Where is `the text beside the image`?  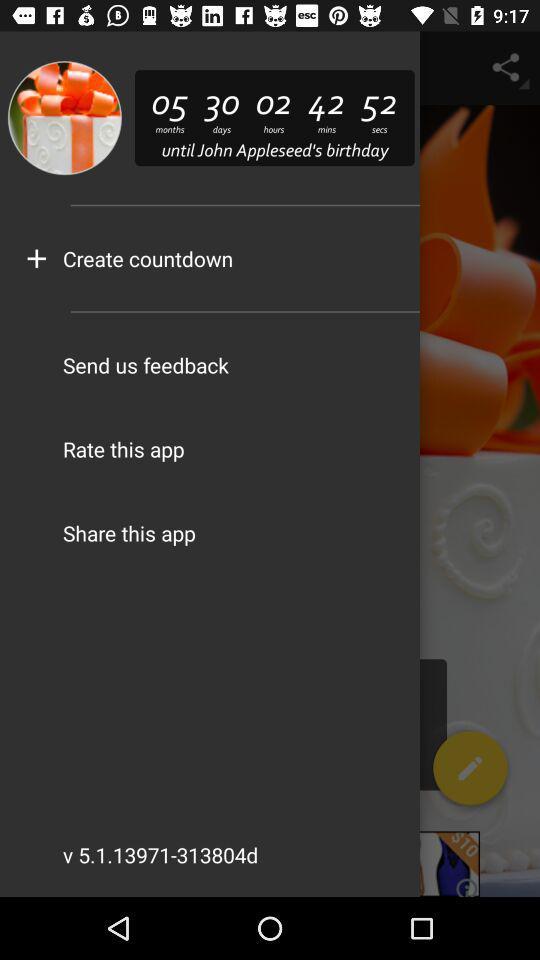 the text beside the image is located at coordinates (274, 117).